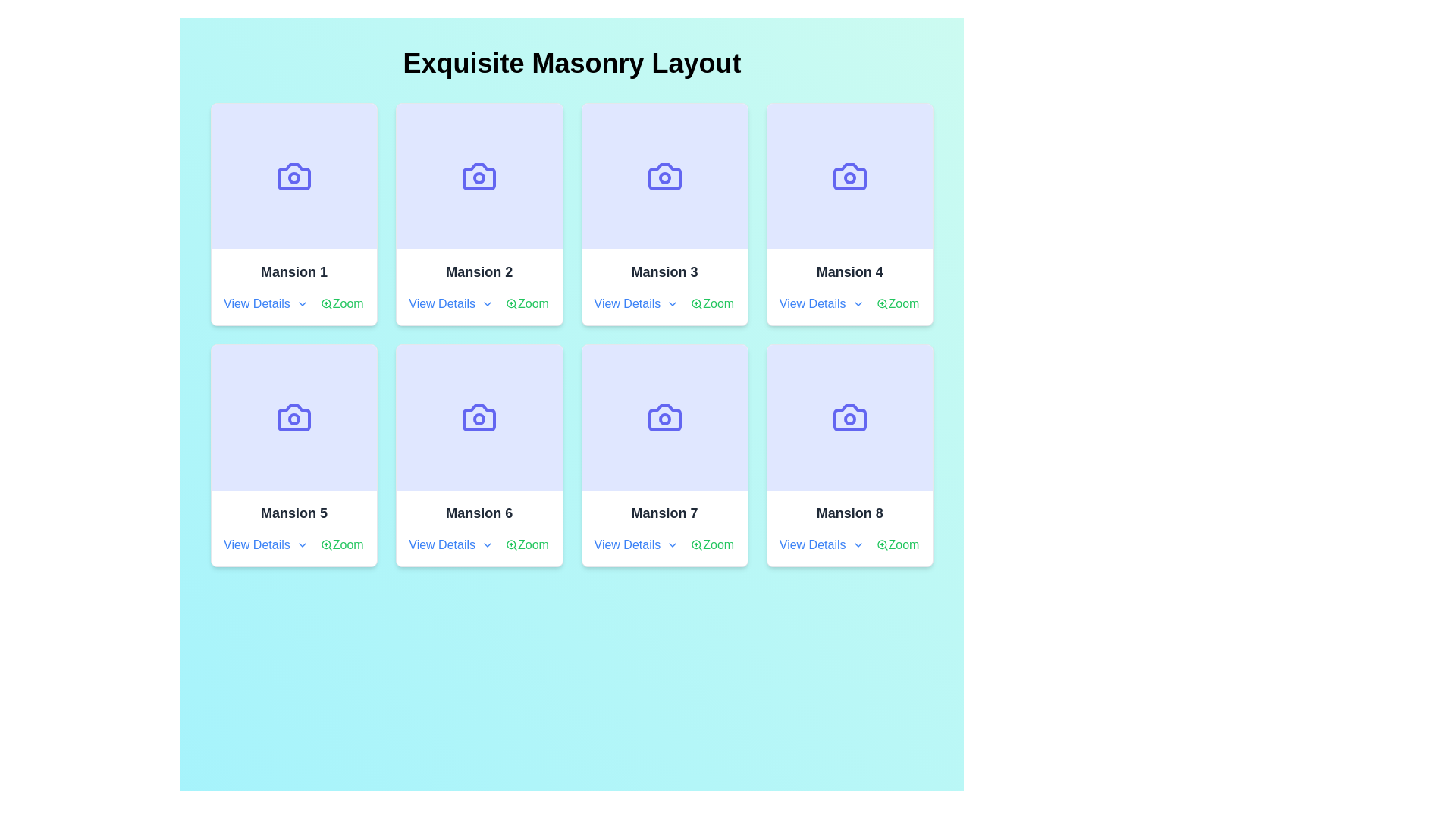  What do you see at coordinates (821, 304) in the screenshot?
I see `the 'View Details' hyperlink` at bounding box center [821, 304].